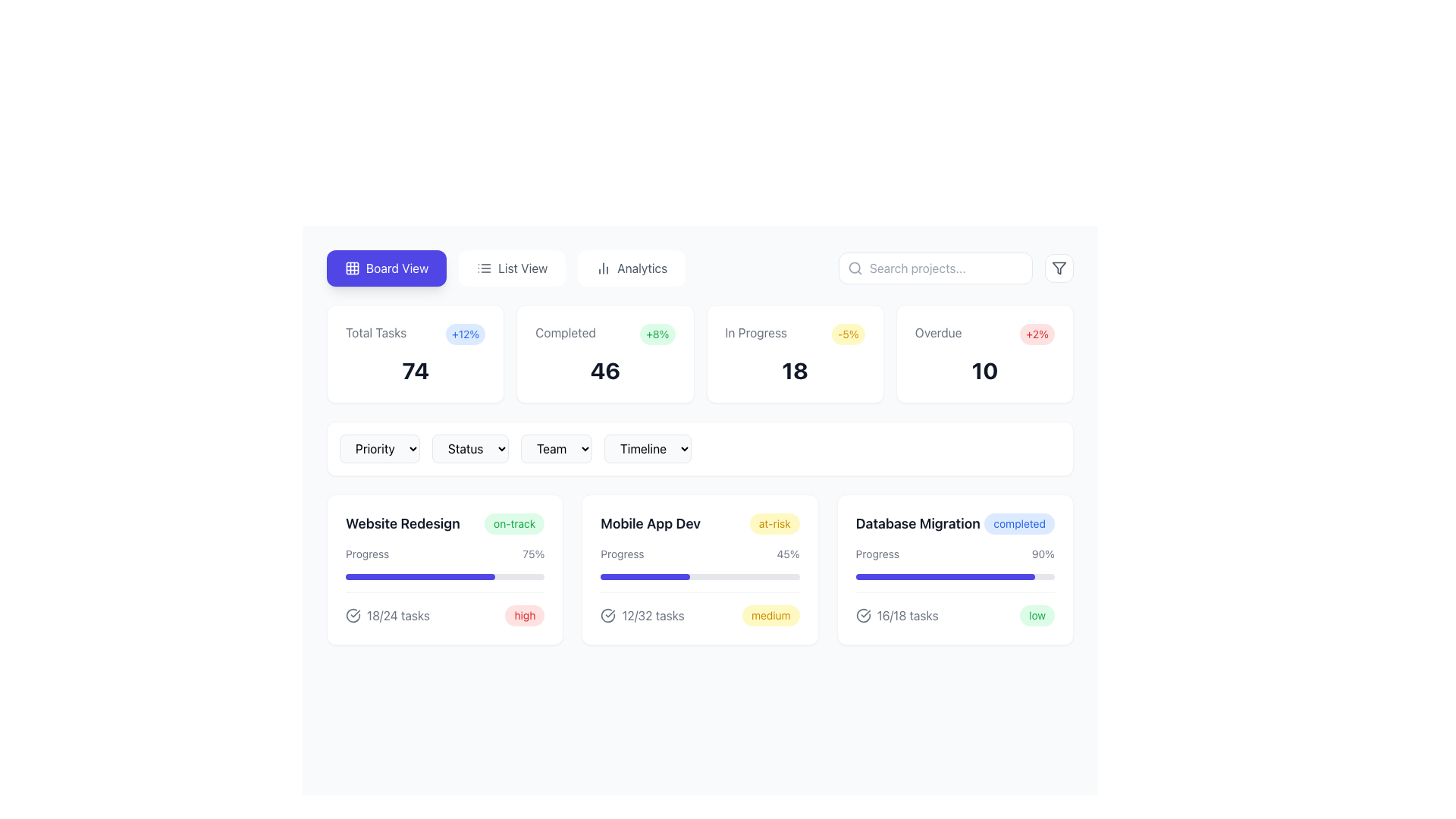  Describe the element at coordinates (770, 616) in the screenshot. I see `the medium priority badge located within the 'Mobile App Dev' card in the second column of the dashboard, positioned below the progress bar and to the right of '12/32 tasks'` at that location.